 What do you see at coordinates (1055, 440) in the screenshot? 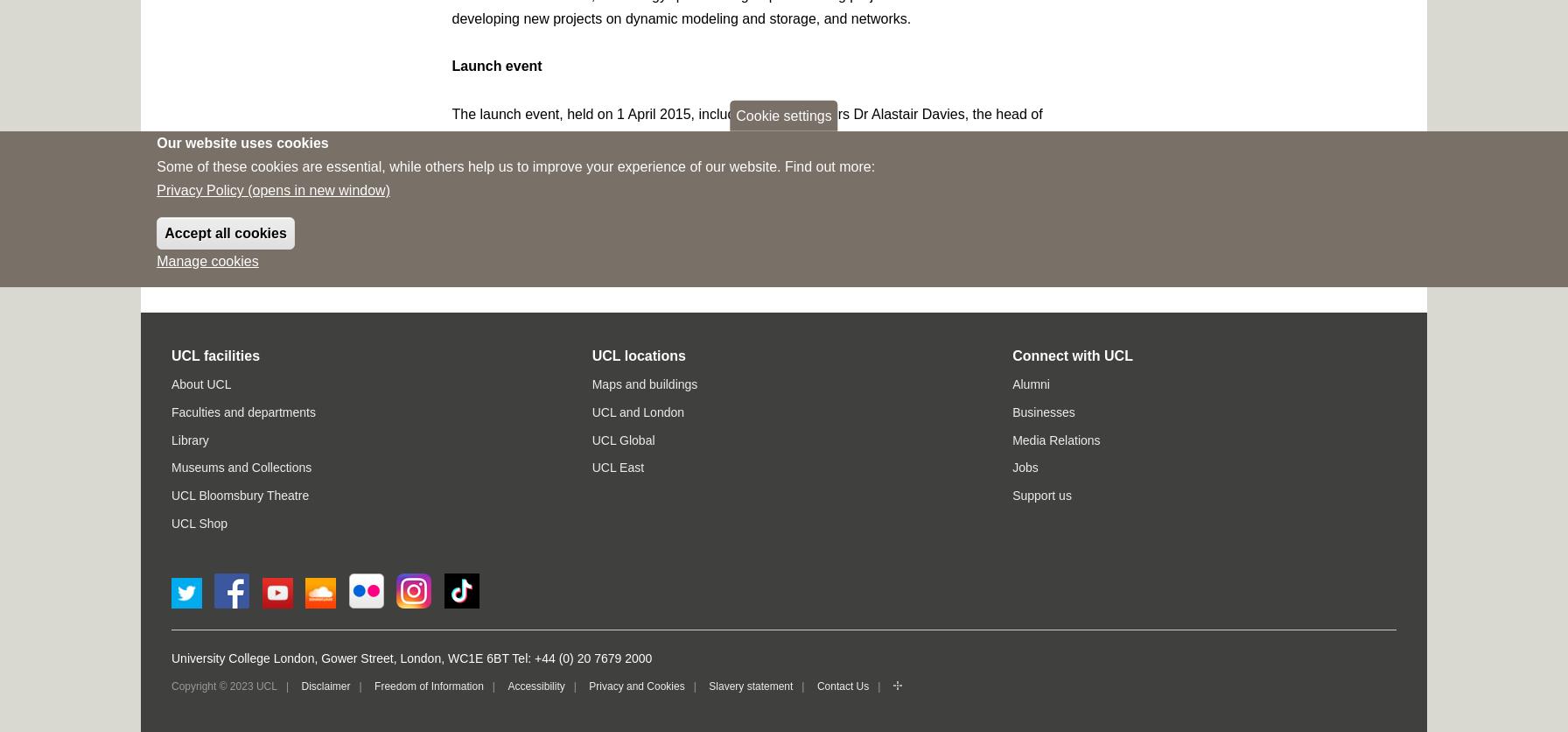
I see `'Media Relations'` at bounding box center [1055, 440].